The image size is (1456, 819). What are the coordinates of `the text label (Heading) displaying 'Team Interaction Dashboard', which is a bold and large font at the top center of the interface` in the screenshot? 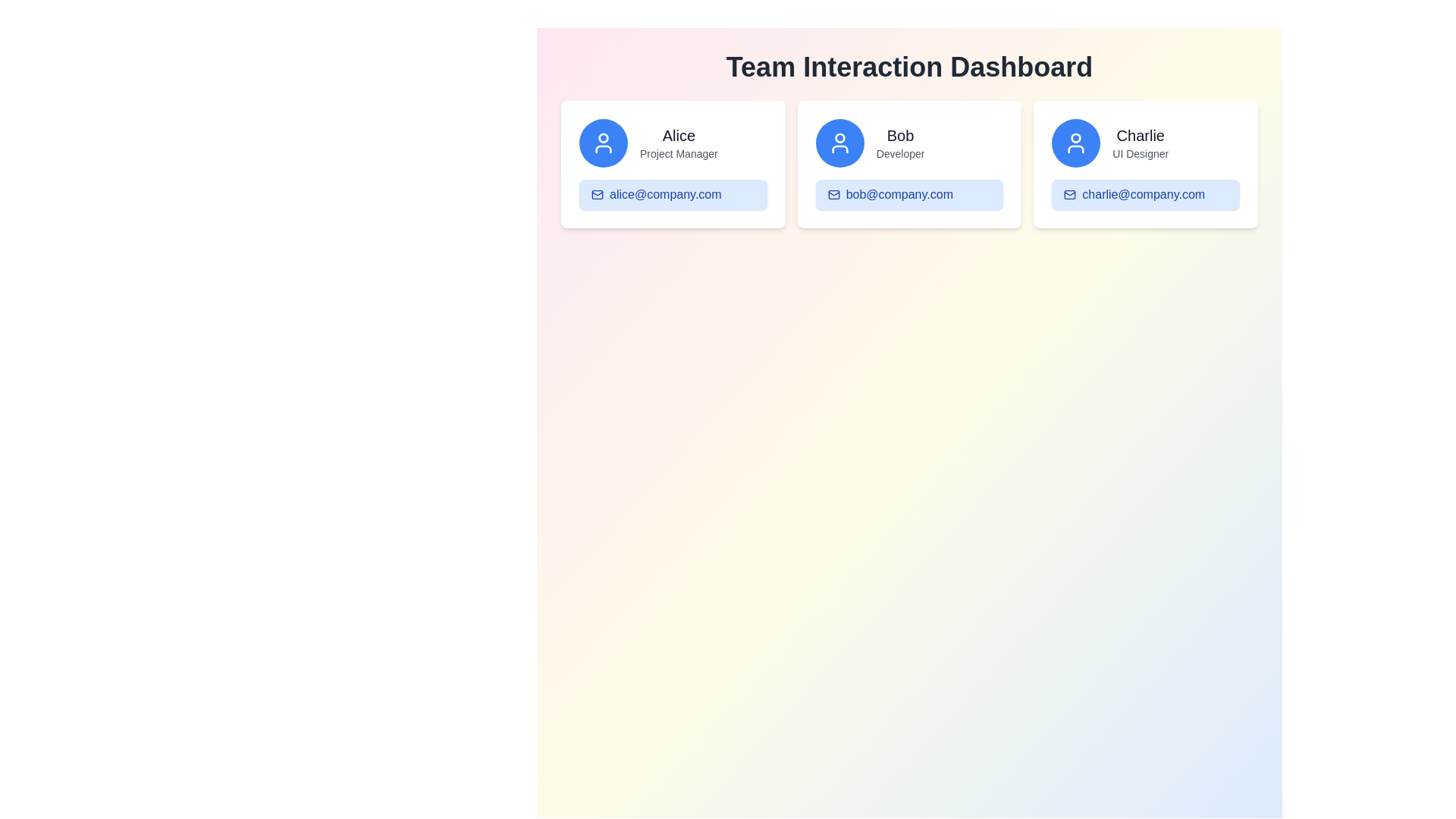 It's located at (909, 66).